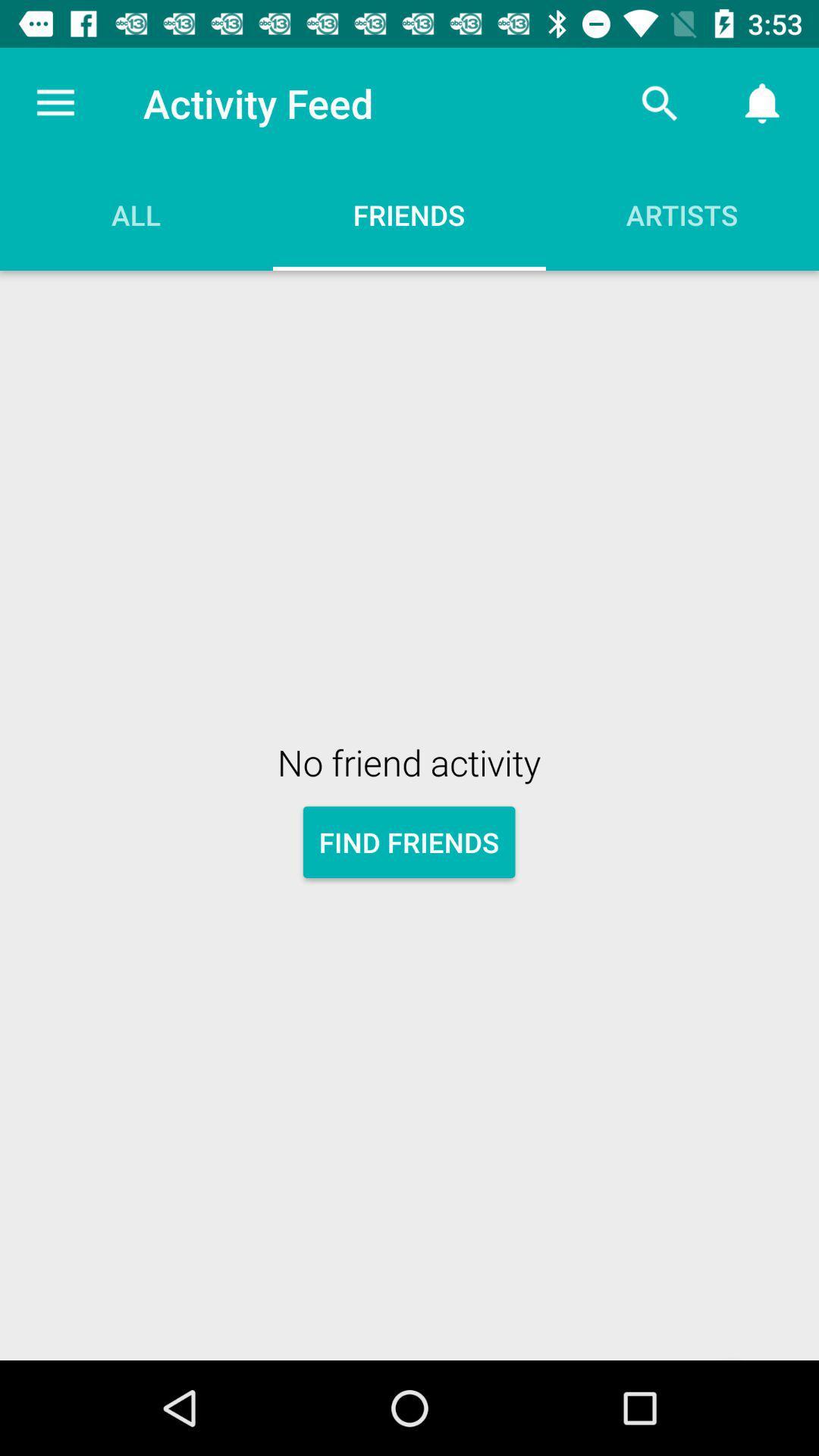 This screenshot has width=819, height=1456. I want to click on icon to the left of activity feed item, so click(55, 102).